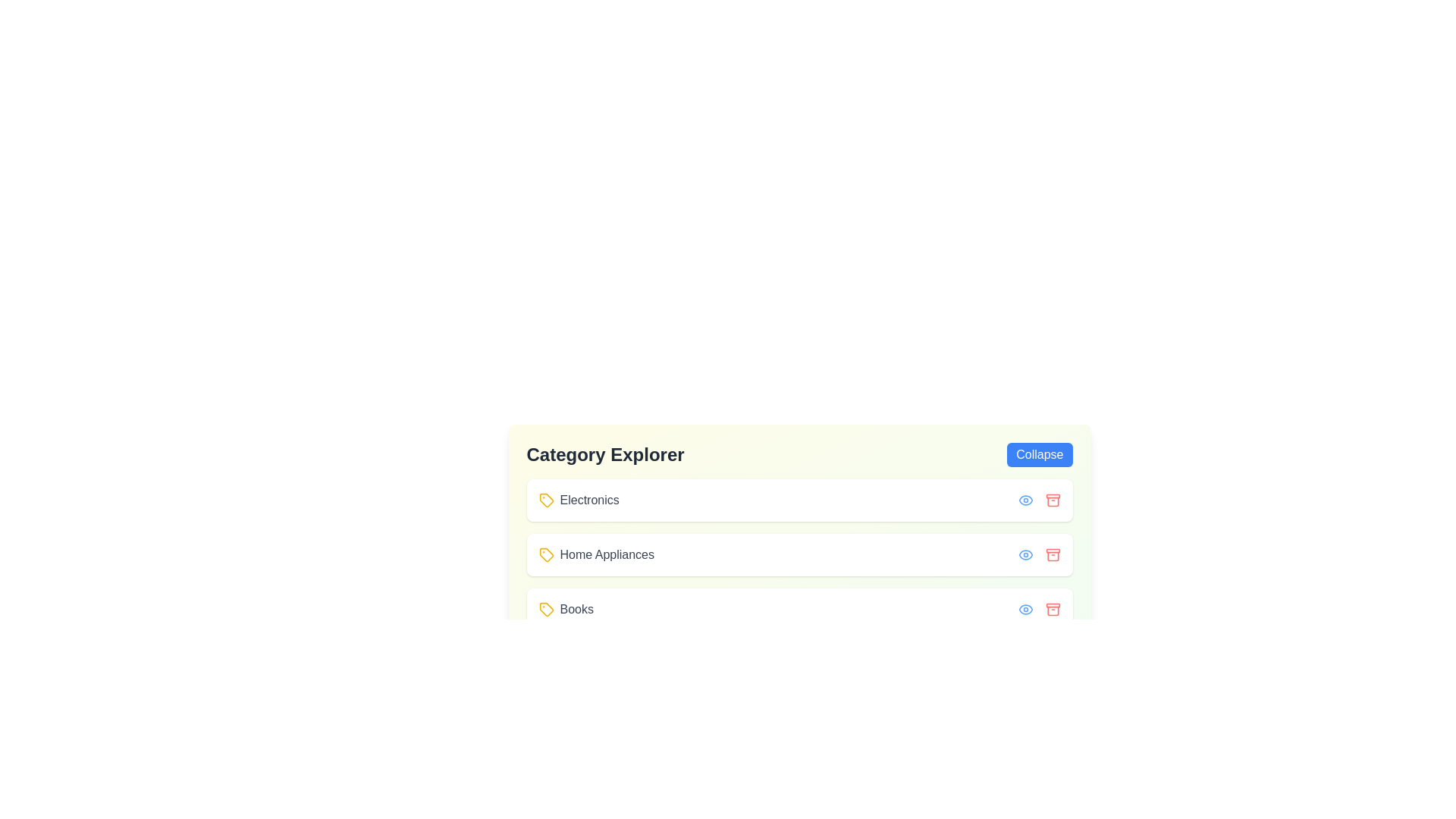  I want to click on the visibility toggle icon located on the right side of the horizontal section associated with the 'Electronics' category, so click(1025, 500).